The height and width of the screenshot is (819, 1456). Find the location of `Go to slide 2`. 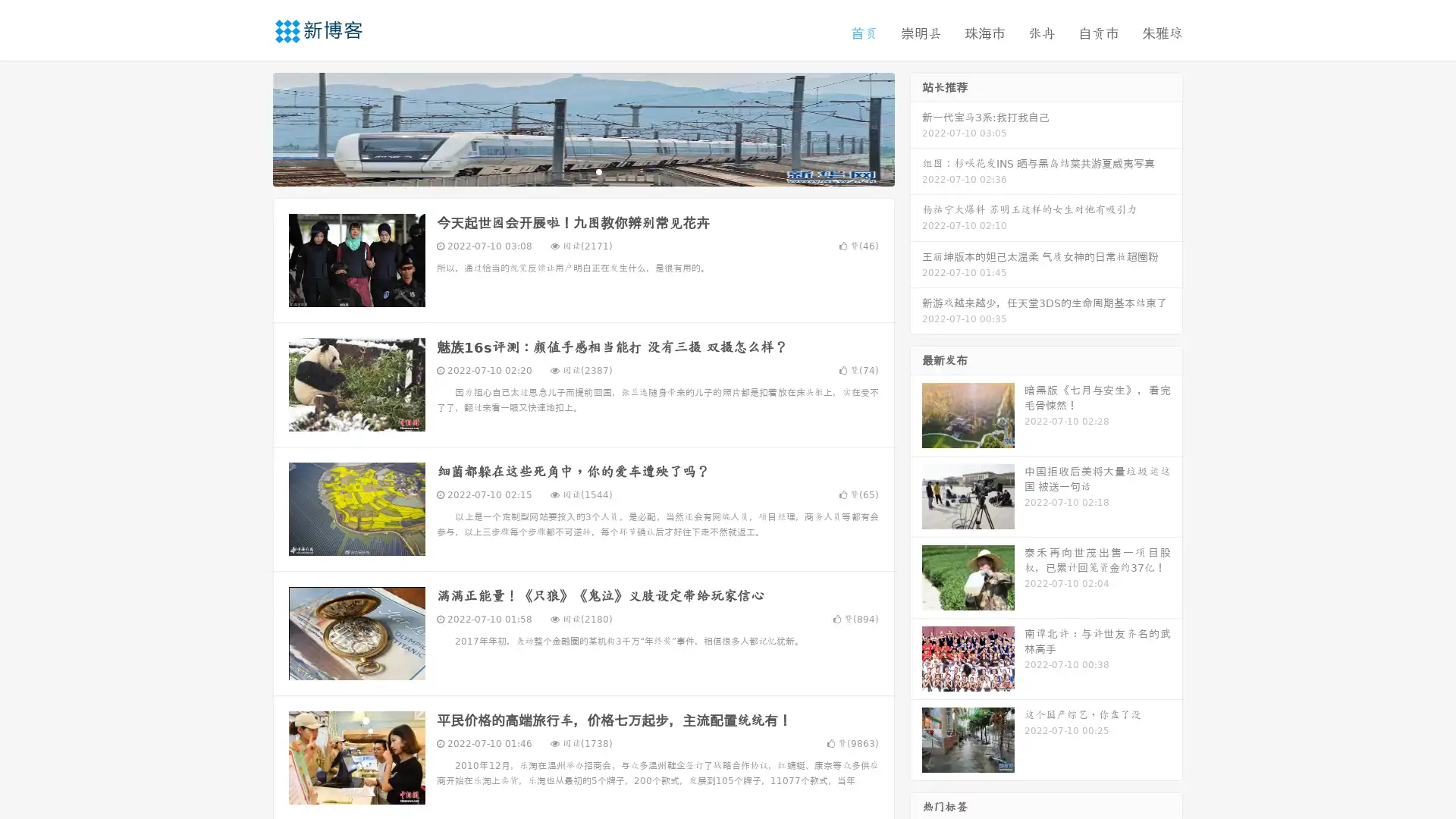

Go to slide 2 is located at coordinates (582, 171).